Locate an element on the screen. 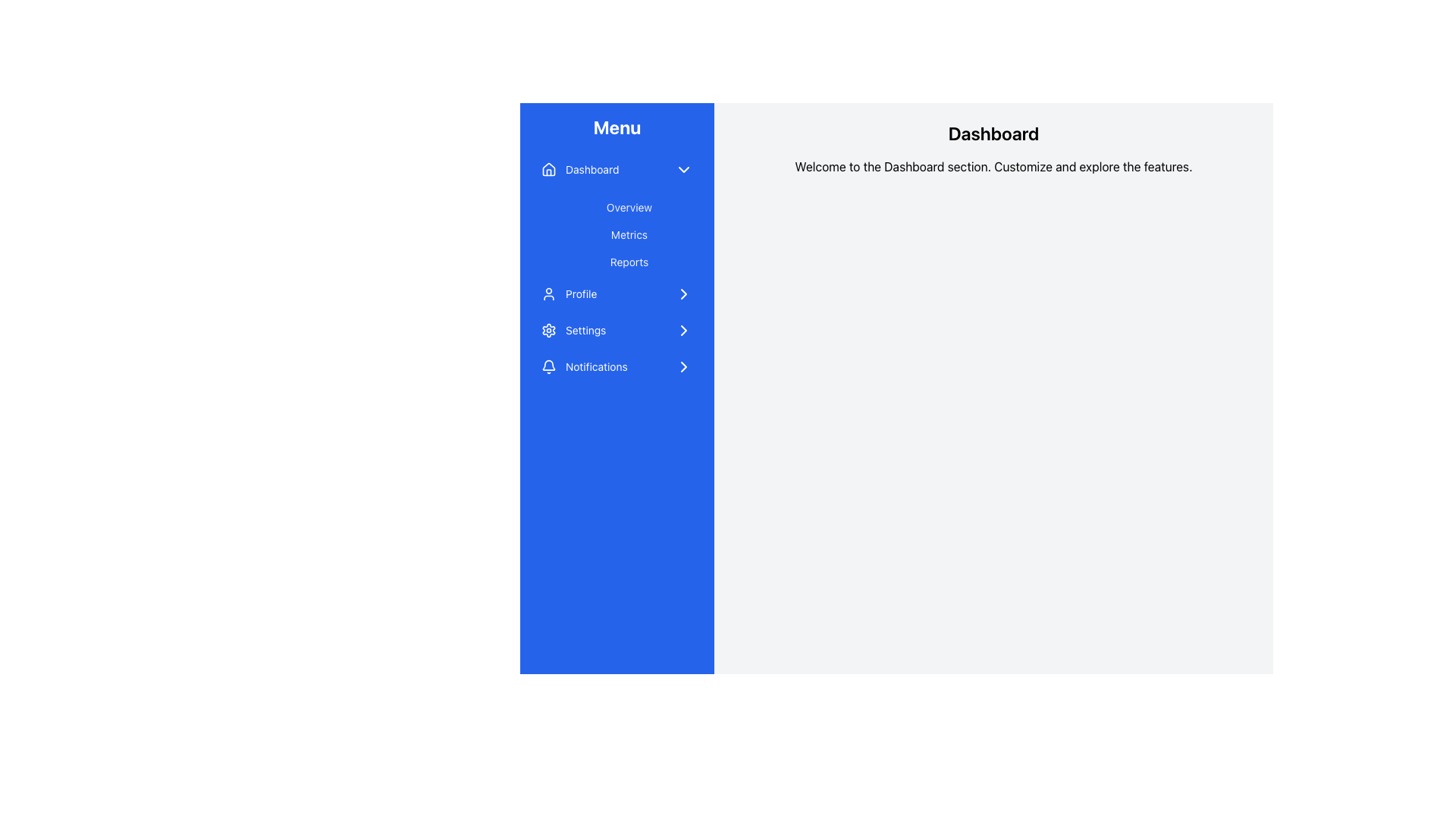 This screenshot has width=1456, height=819. the 'Metrics' button located in the vertical navigation menu on the left side of the interface, positioned between 'Overview' and 'Reports' is located at coordinates (629, 234).